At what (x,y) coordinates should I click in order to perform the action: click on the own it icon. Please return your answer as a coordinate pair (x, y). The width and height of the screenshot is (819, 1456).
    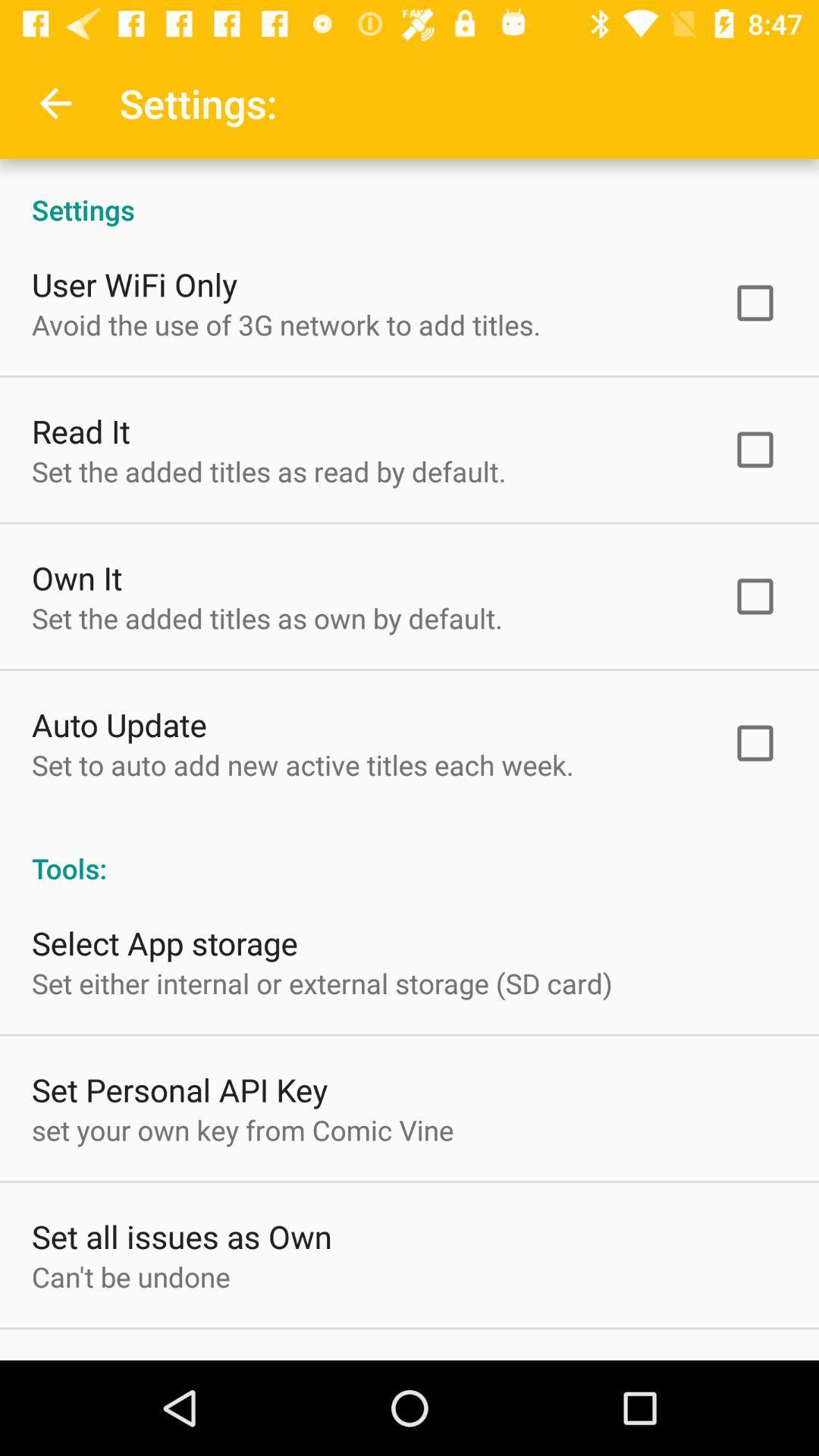
    Looking at the image, I should click on (77, 577).